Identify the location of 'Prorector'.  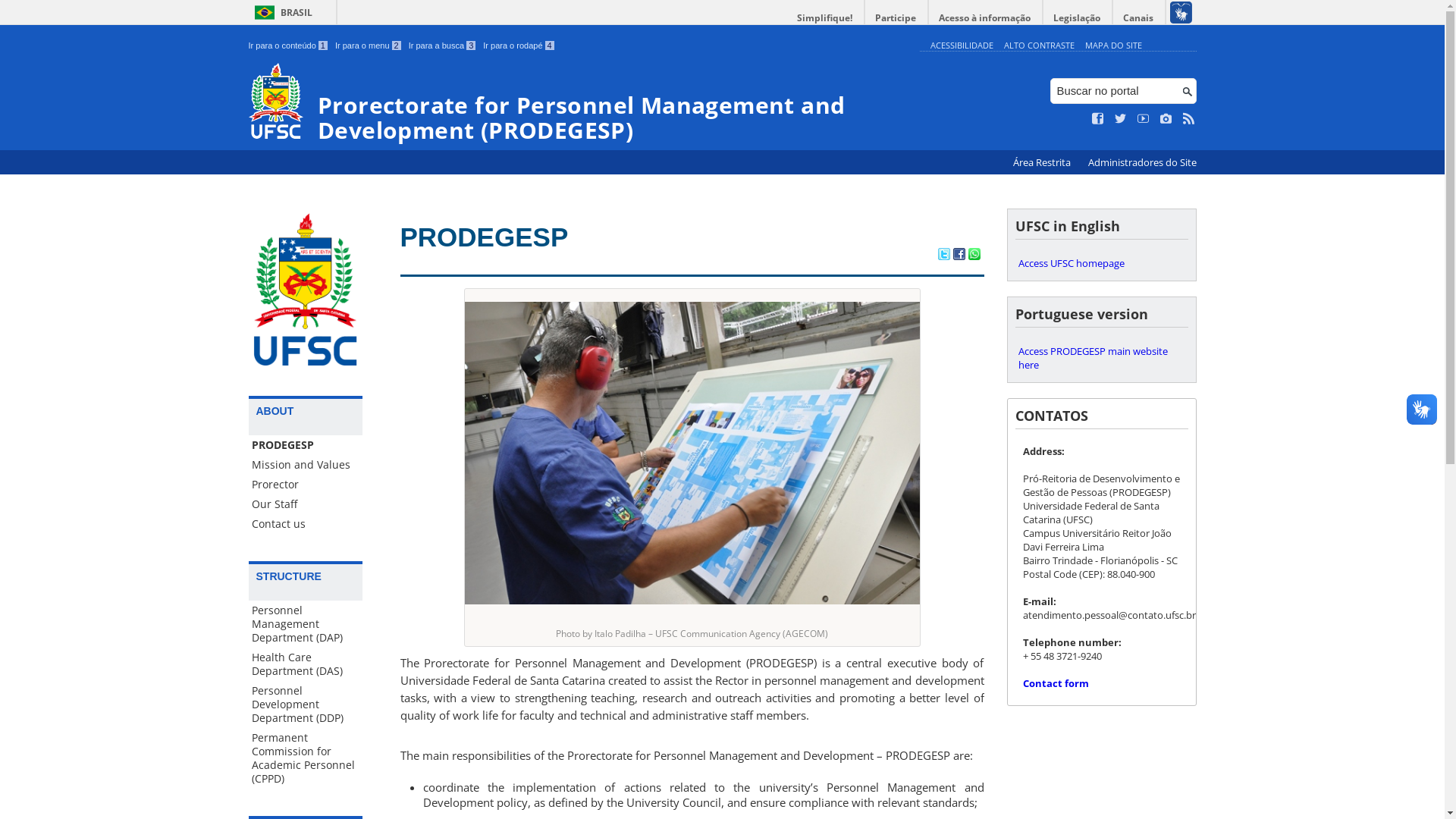
(305, 485).